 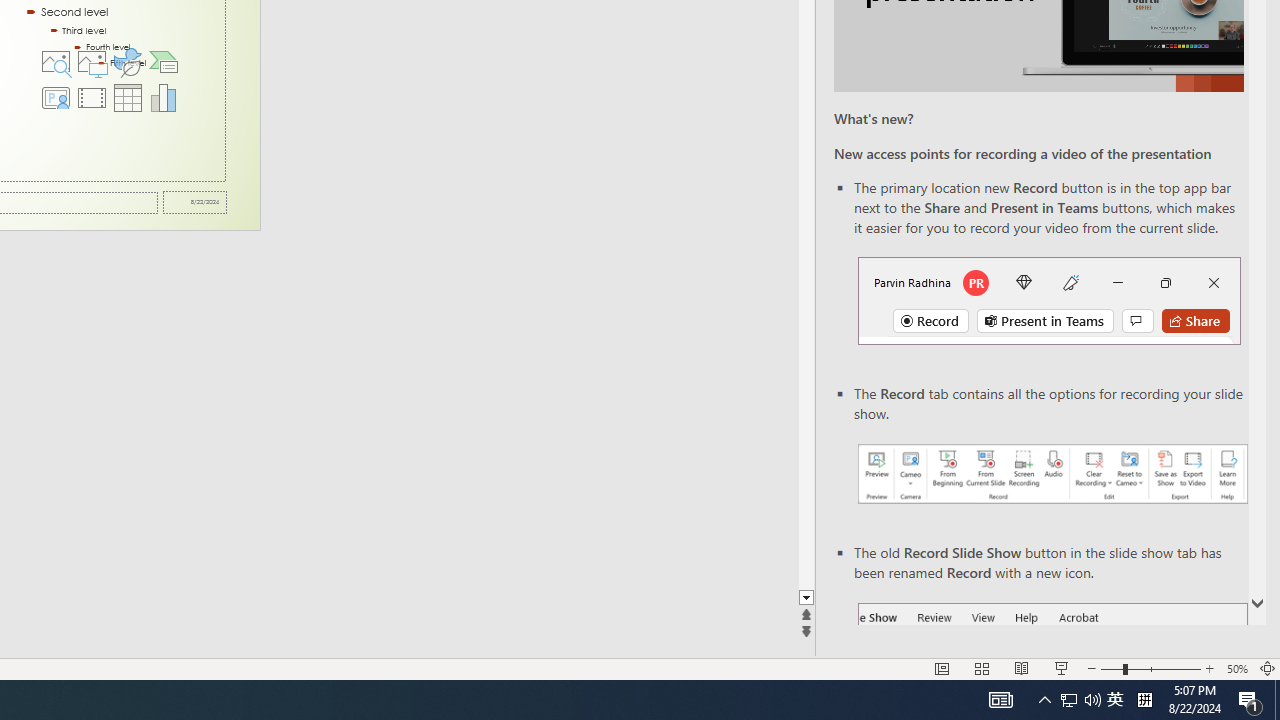 I want to click on 'Record button in top bar', so click(x=1048, y=300).